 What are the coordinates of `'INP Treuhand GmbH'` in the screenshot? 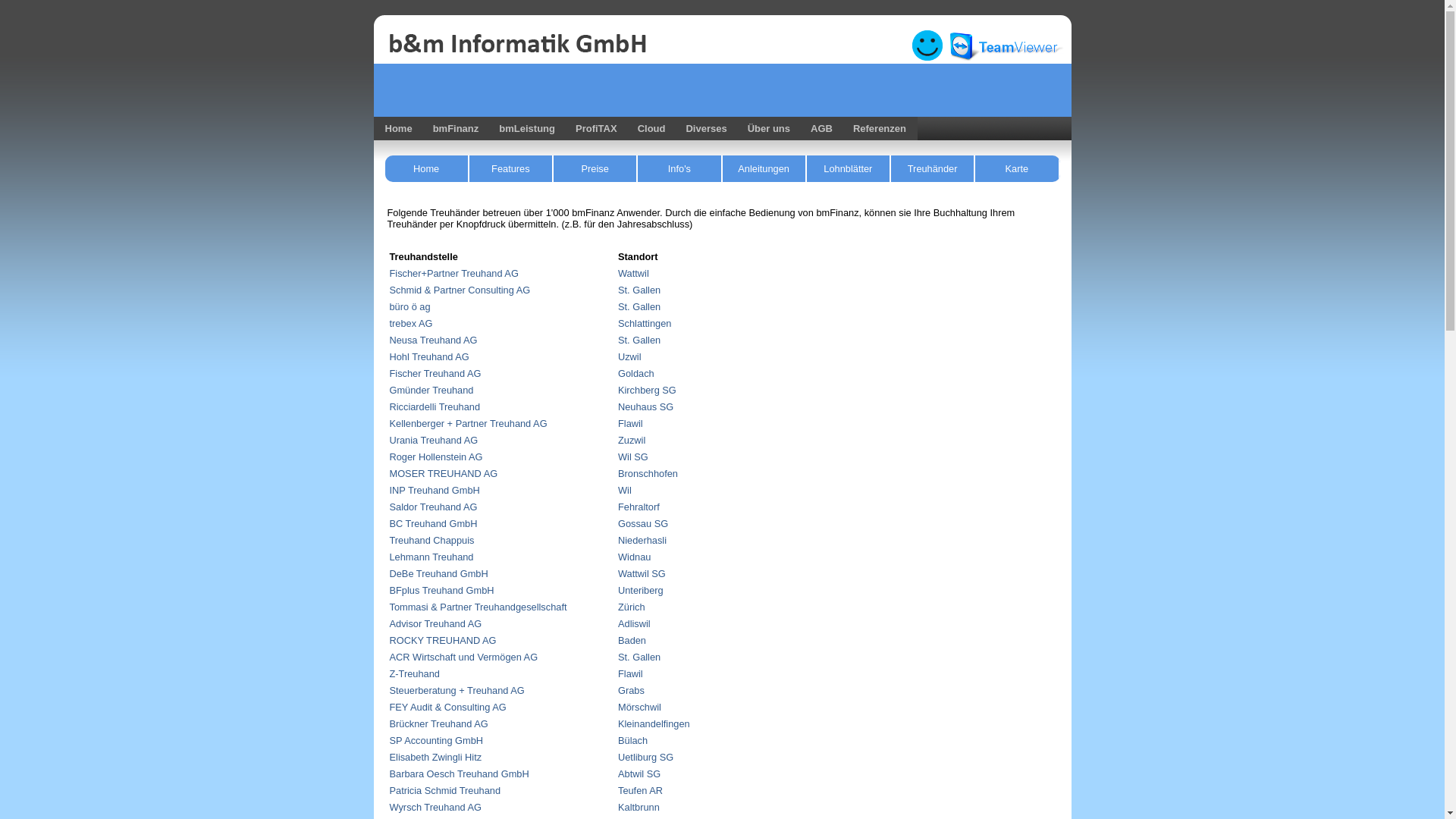 It's located at (434, 490).